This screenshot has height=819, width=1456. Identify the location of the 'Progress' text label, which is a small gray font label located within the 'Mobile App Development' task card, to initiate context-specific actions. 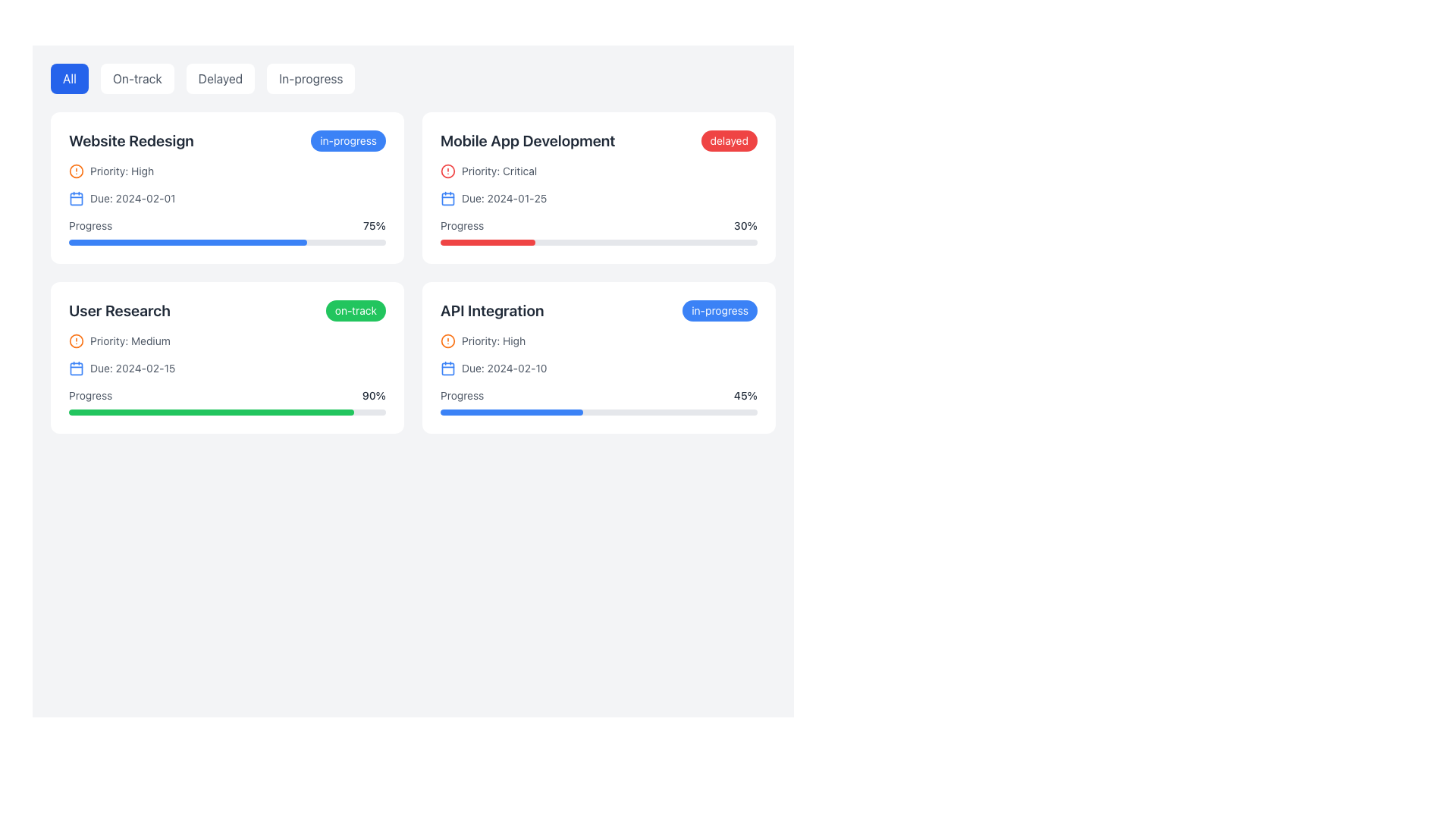
(461, 225).